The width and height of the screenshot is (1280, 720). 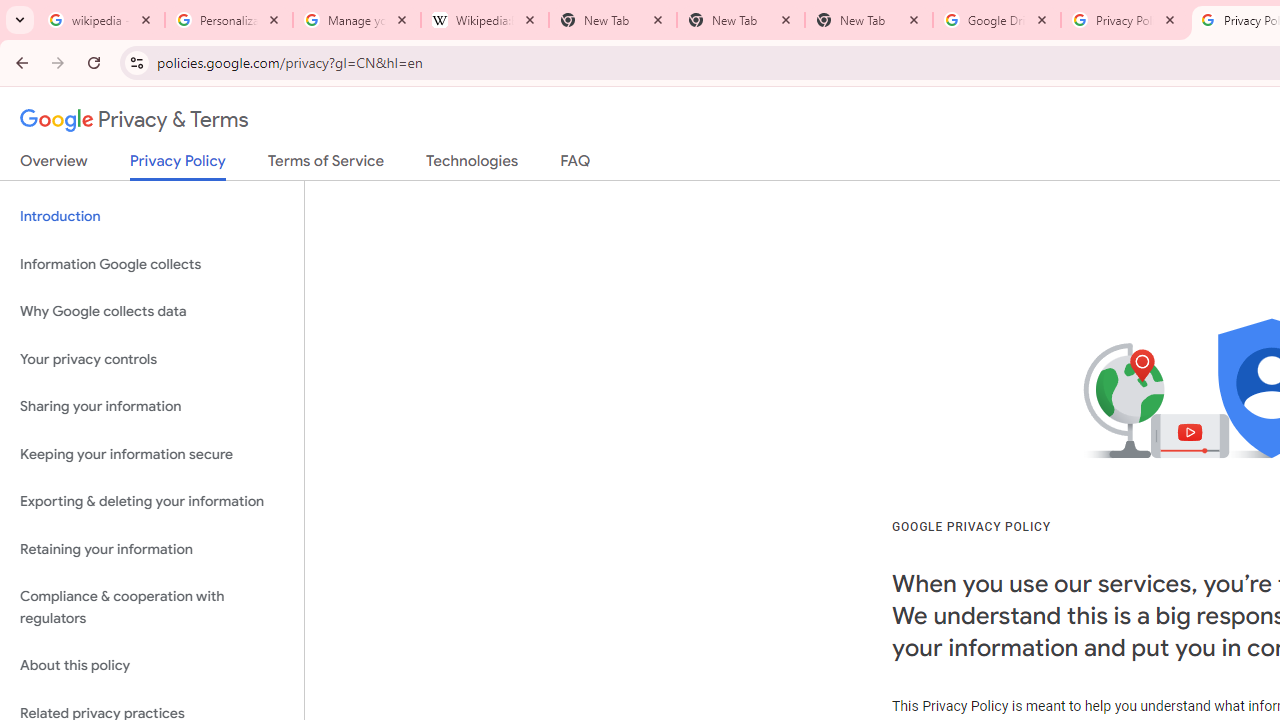 What do you see at coordinates (151, 454) in the screenshot?
I see `'Keeping your information secure'` at bounding box center [151, 454].